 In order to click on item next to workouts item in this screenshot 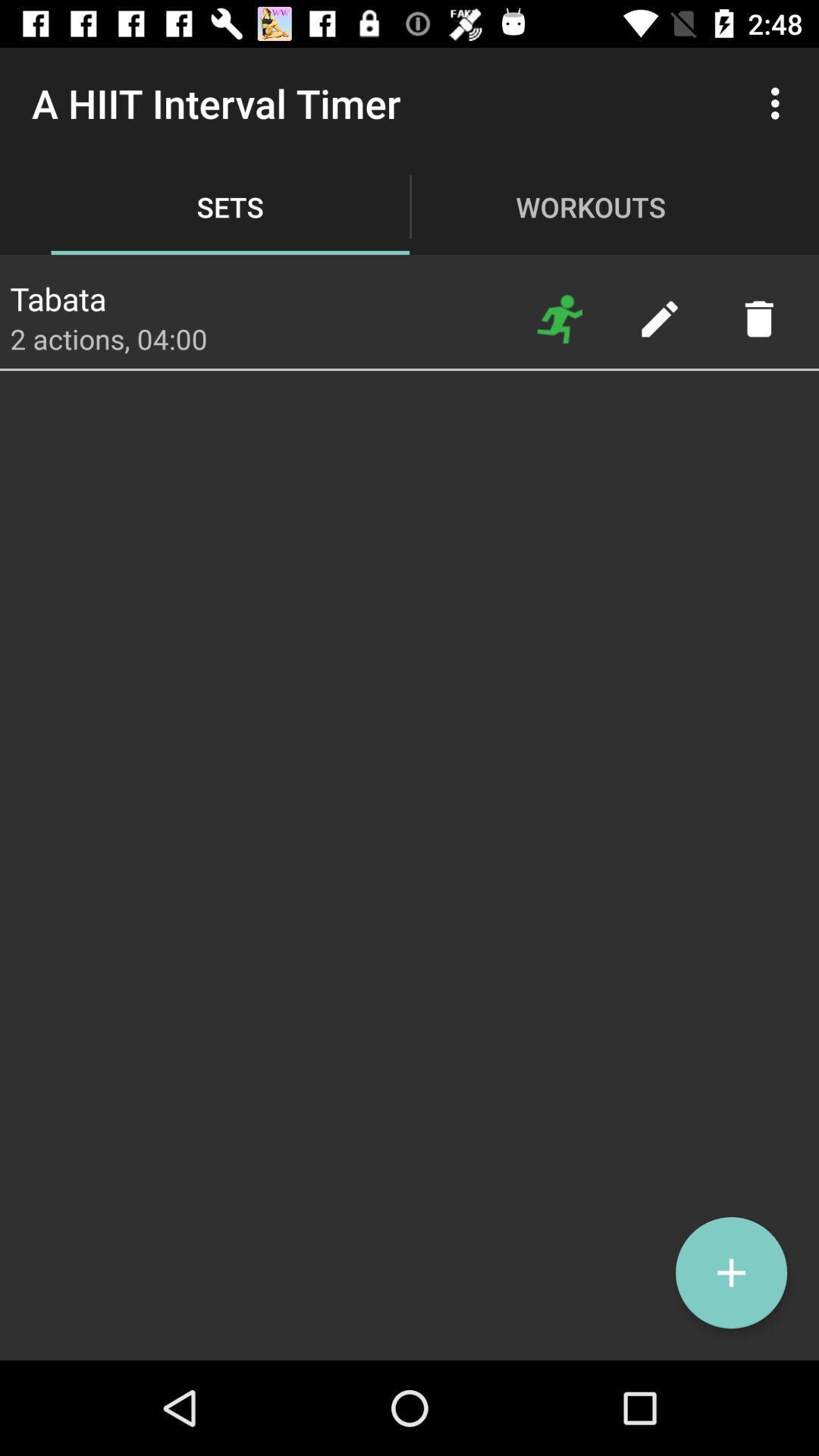, I will do `click(779, 102)`.